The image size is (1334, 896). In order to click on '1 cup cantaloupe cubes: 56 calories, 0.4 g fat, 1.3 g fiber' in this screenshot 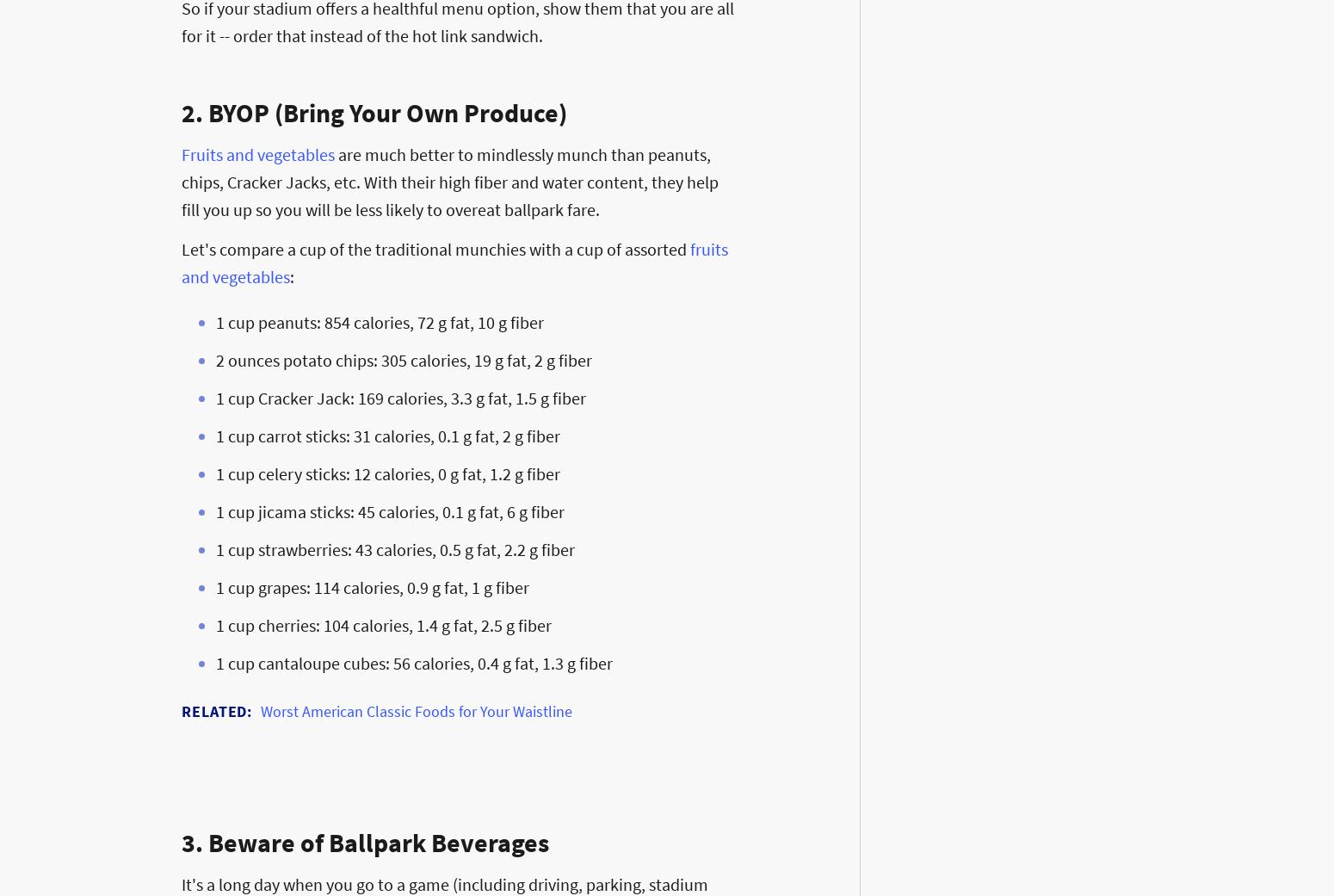, I will do `click(413, 663)`.